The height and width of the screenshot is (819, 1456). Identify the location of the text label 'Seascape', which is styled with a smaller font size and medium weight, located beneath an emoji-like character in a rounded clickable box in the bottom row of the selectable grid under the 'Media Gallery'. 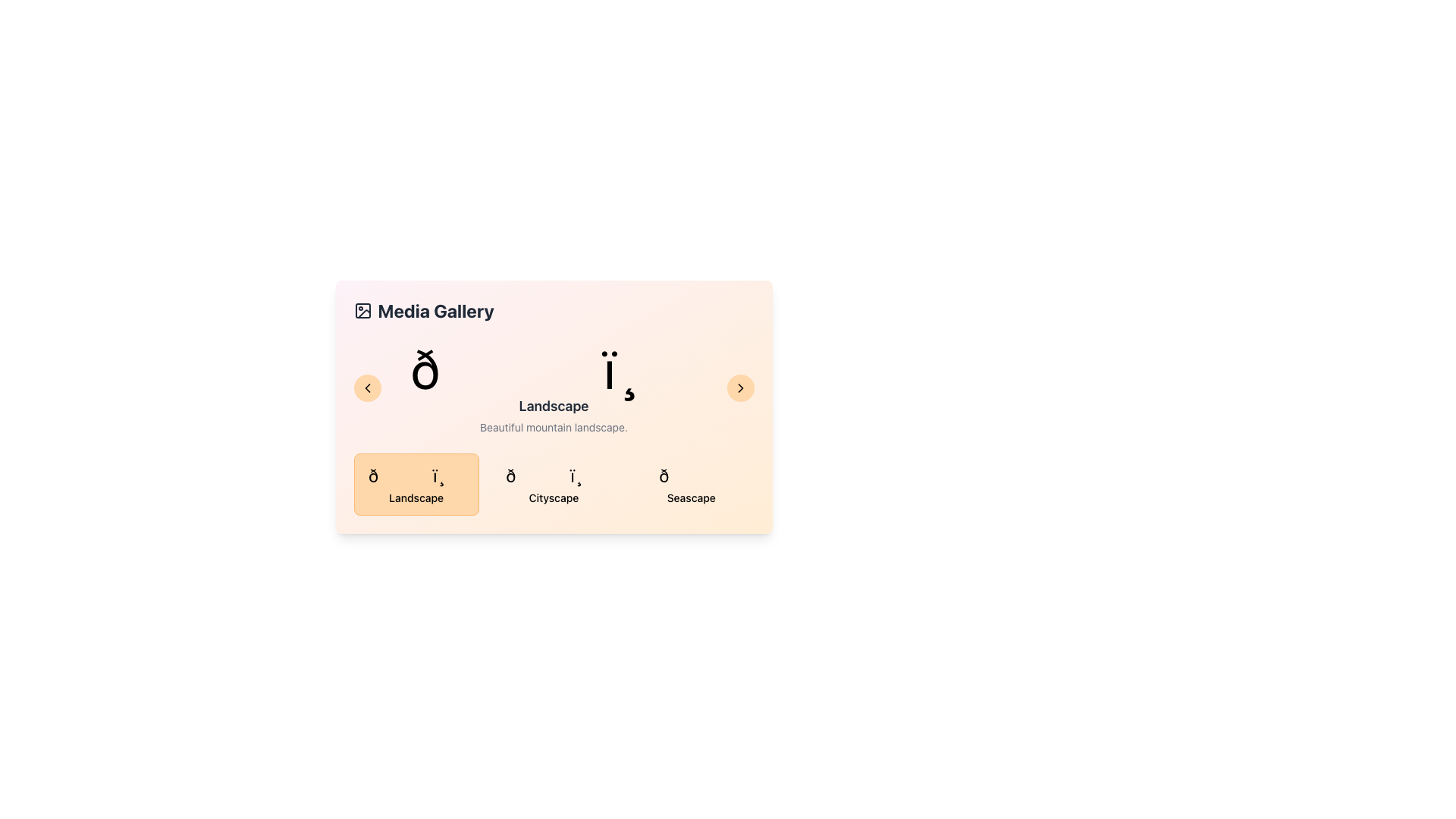
(690, 497).